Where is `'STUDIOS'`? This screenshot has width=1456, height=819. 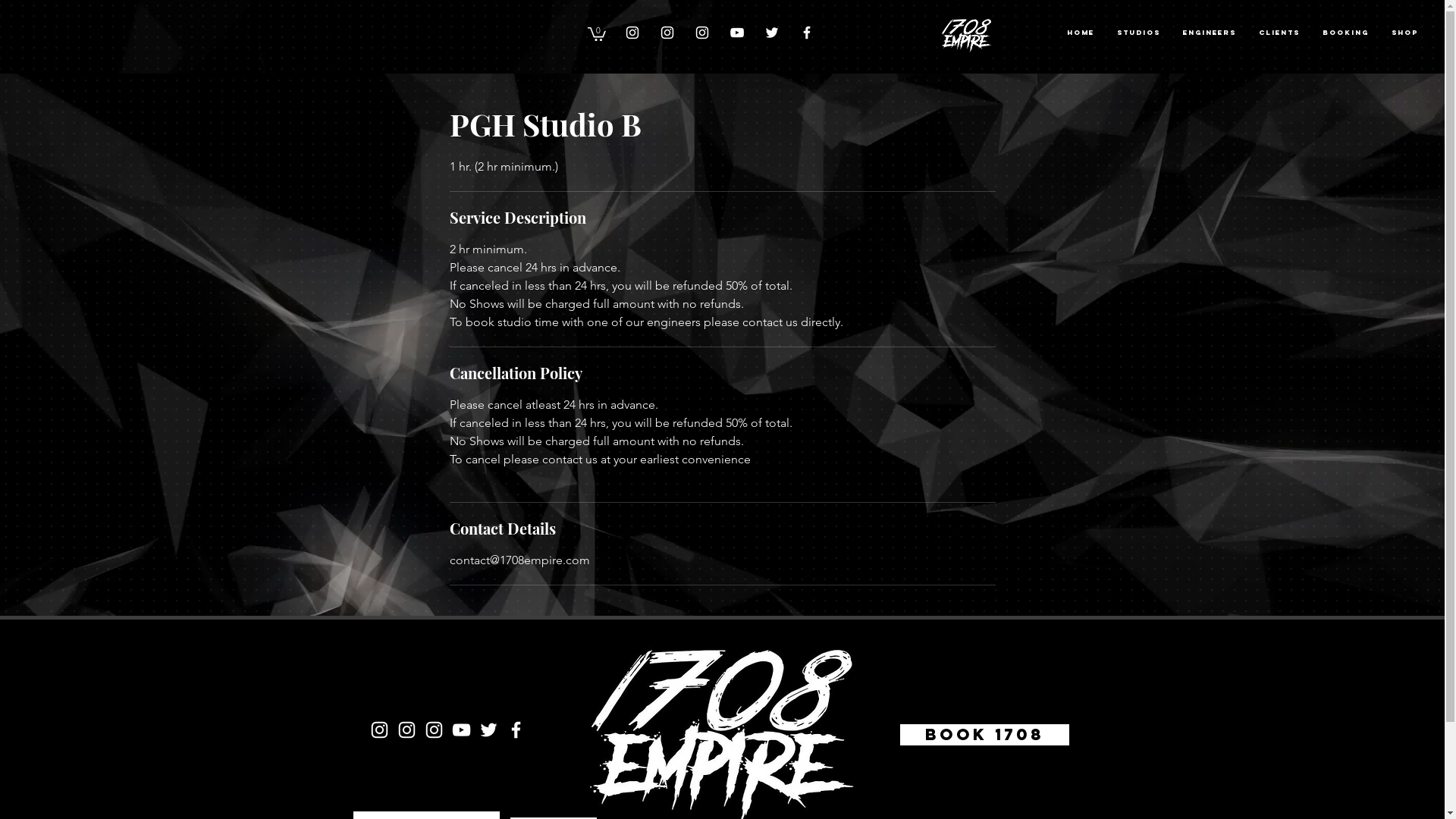 'STUDIOS' is located at coordinates (1138, 32).